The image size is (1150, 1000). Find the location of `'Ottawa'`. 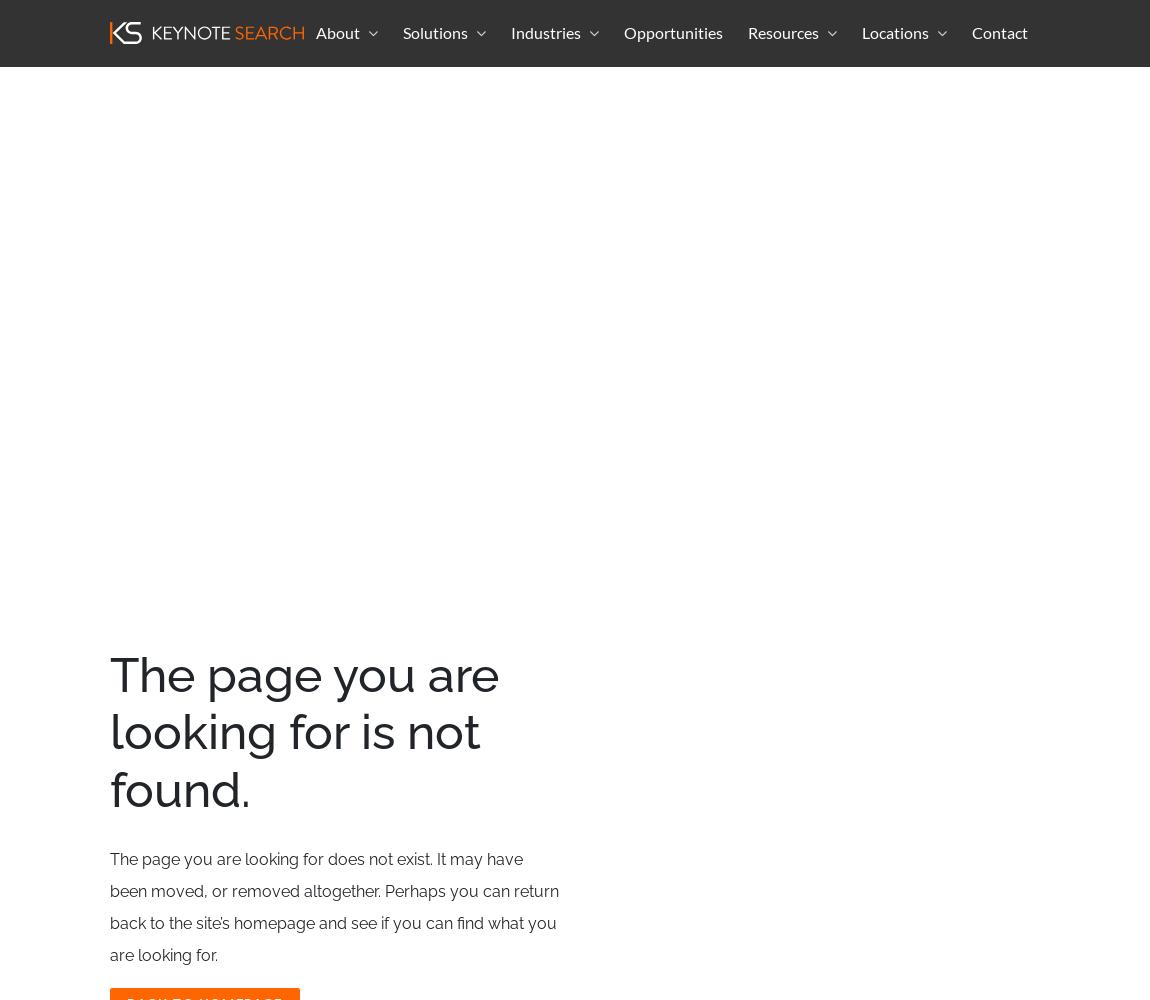

'Ottawa' is located at coordinates (892, 83).